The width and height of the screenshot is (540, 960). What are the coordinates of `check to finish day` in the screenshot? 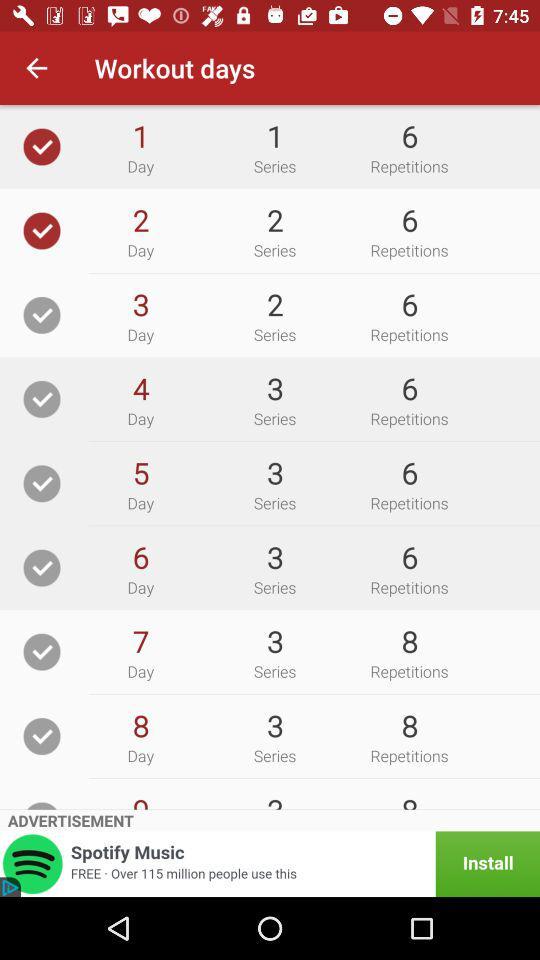 It's located at (42, 230).